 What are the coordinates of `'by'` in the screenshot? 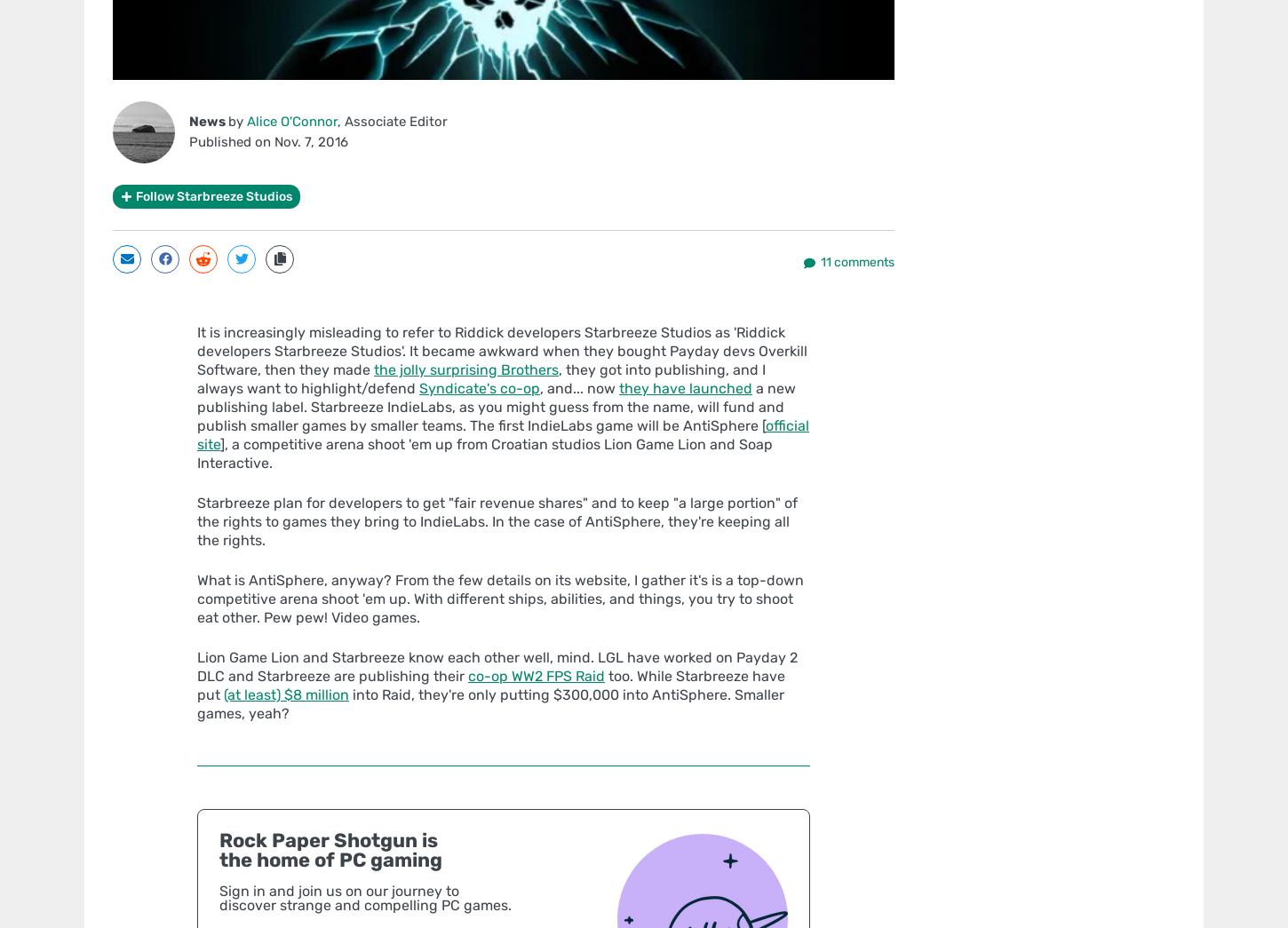 It's located at (235, 119).